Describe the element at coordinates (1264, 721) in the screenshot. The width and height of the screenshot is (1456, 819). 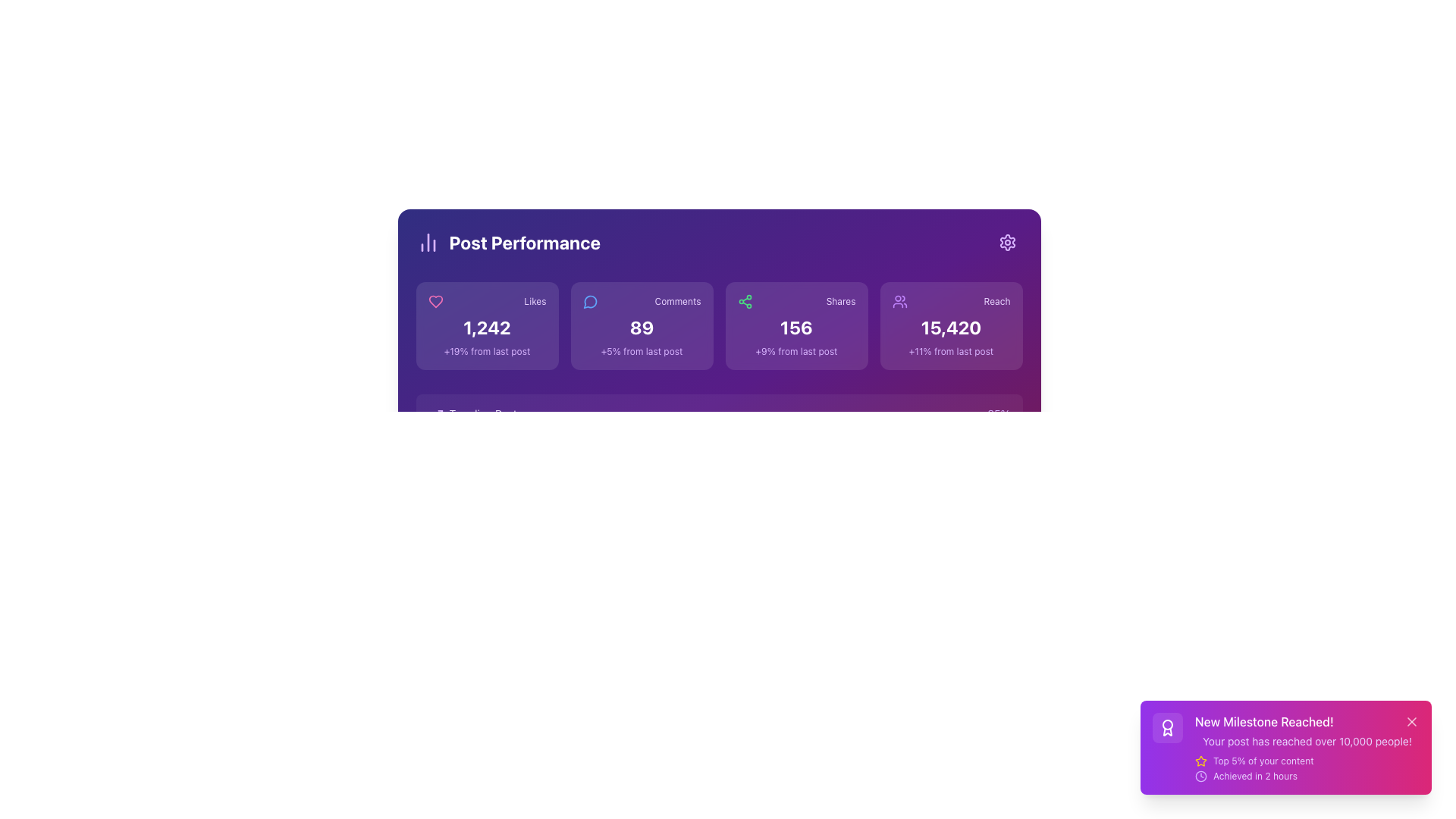
I see `the prominently styled text label 'New Milestone Reached!' displayed in white font against a vibrant gradient background, located in the bottom-right corner of the interface within a notification card` at that location.